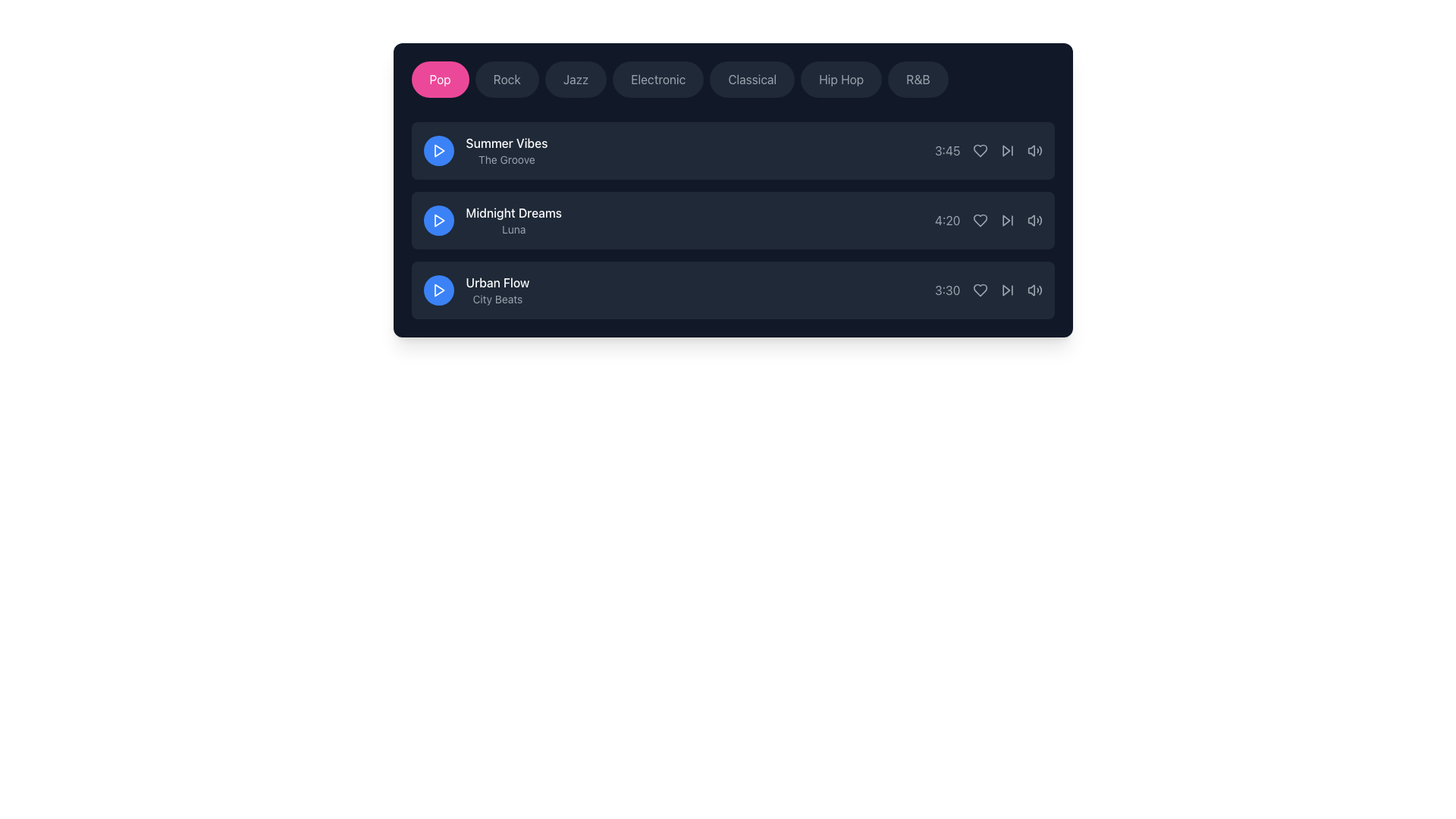 The height and width of the screenshot is (819, 1456). I want to click on the triangular forward icon located beside the 'Midnight Dreams' song in the control section of the second song in the list, so click(1006, 220).